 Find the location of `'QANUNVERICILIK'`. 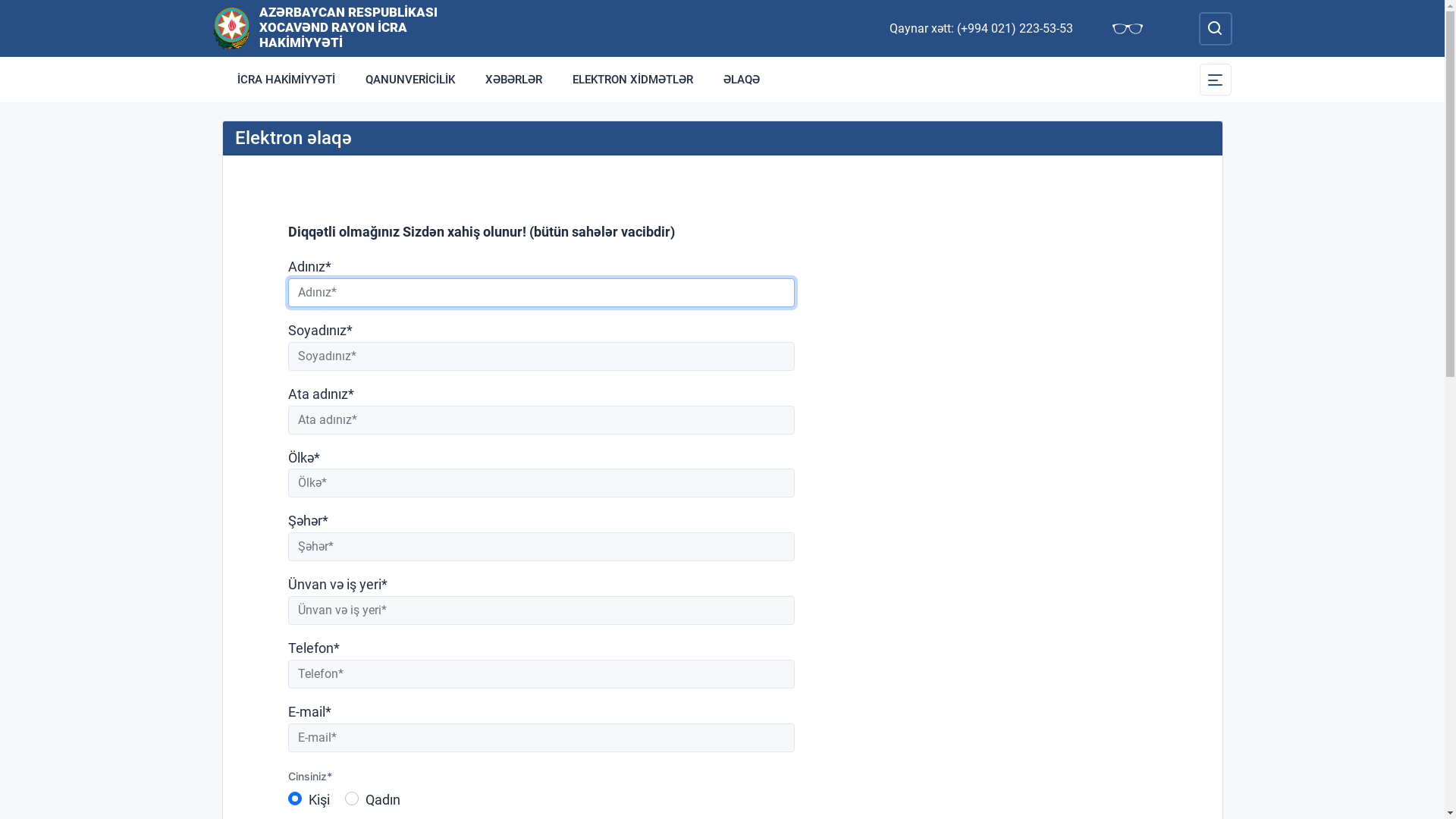

'QANUNVERICILIK' is located at coordinates (410, 79).